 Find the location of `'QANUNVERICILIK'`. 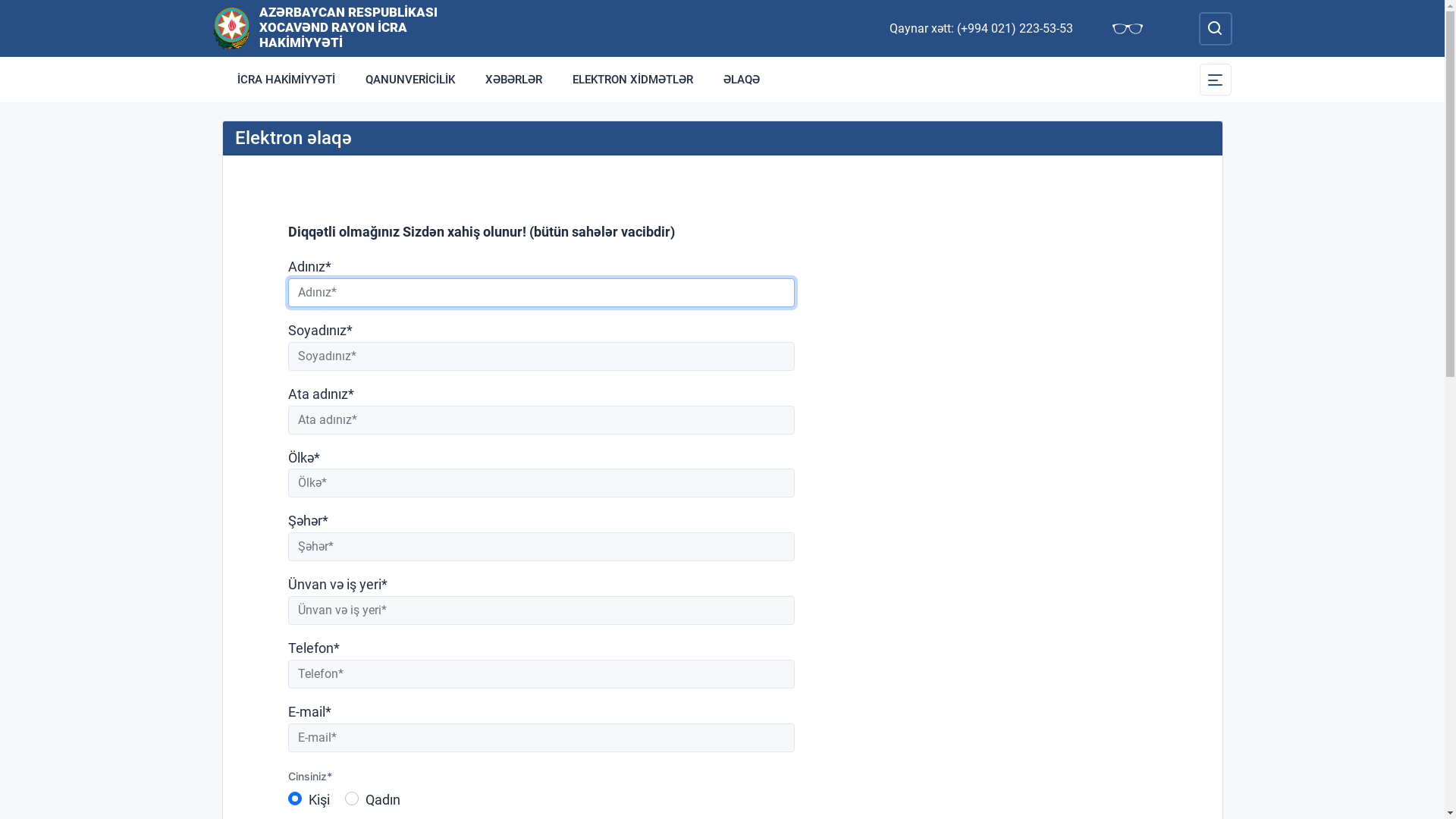

'QANUNVERICILIK' is located at coordinates (410, 79).